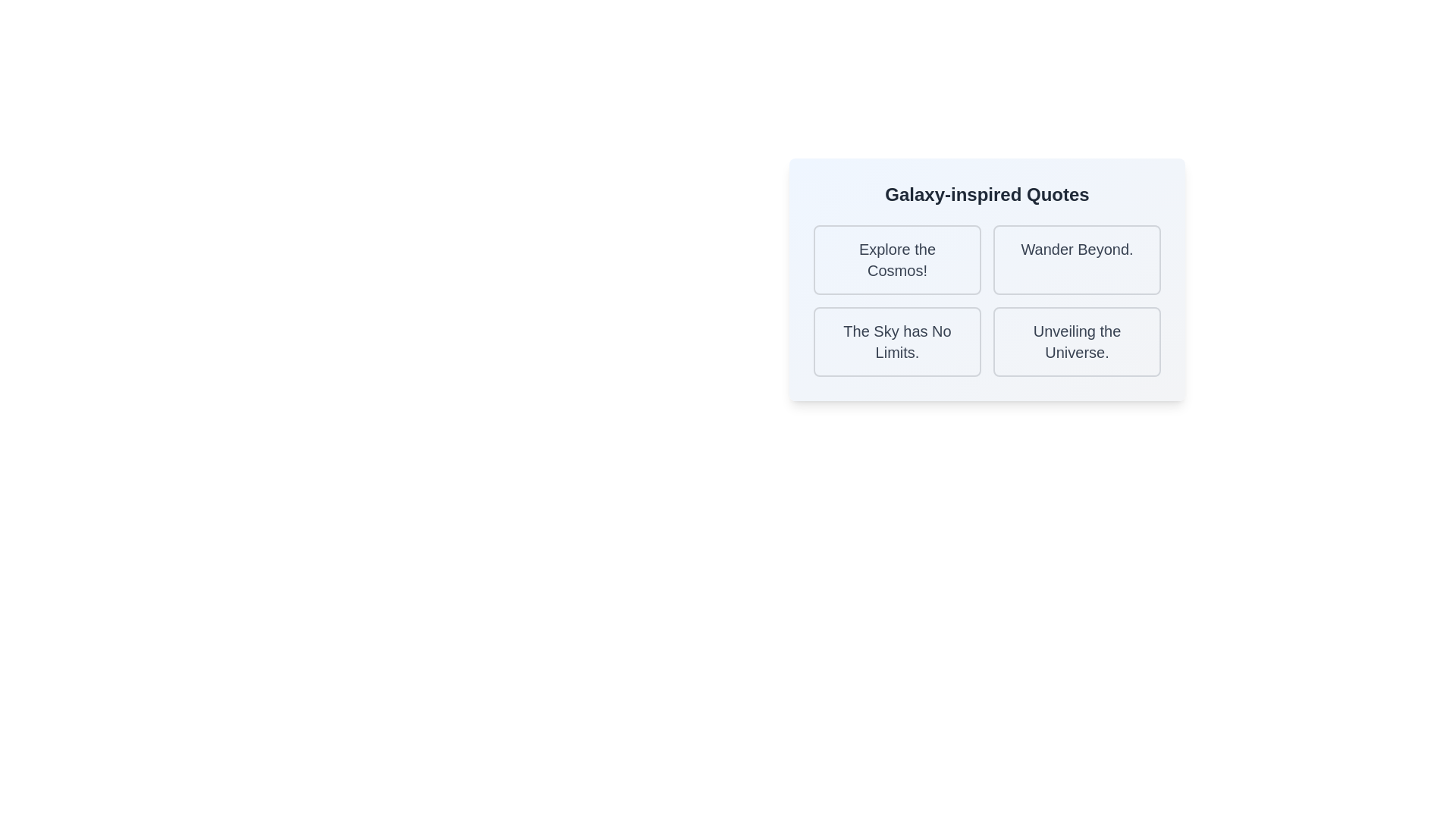 Image resolution: width=1456 pixels, height=819 pixels. Describe the element at coordinates (1076, 342) in the screenshot. I see `the Text panel that contains the text 'Unveiling the Universe.'` at that location.